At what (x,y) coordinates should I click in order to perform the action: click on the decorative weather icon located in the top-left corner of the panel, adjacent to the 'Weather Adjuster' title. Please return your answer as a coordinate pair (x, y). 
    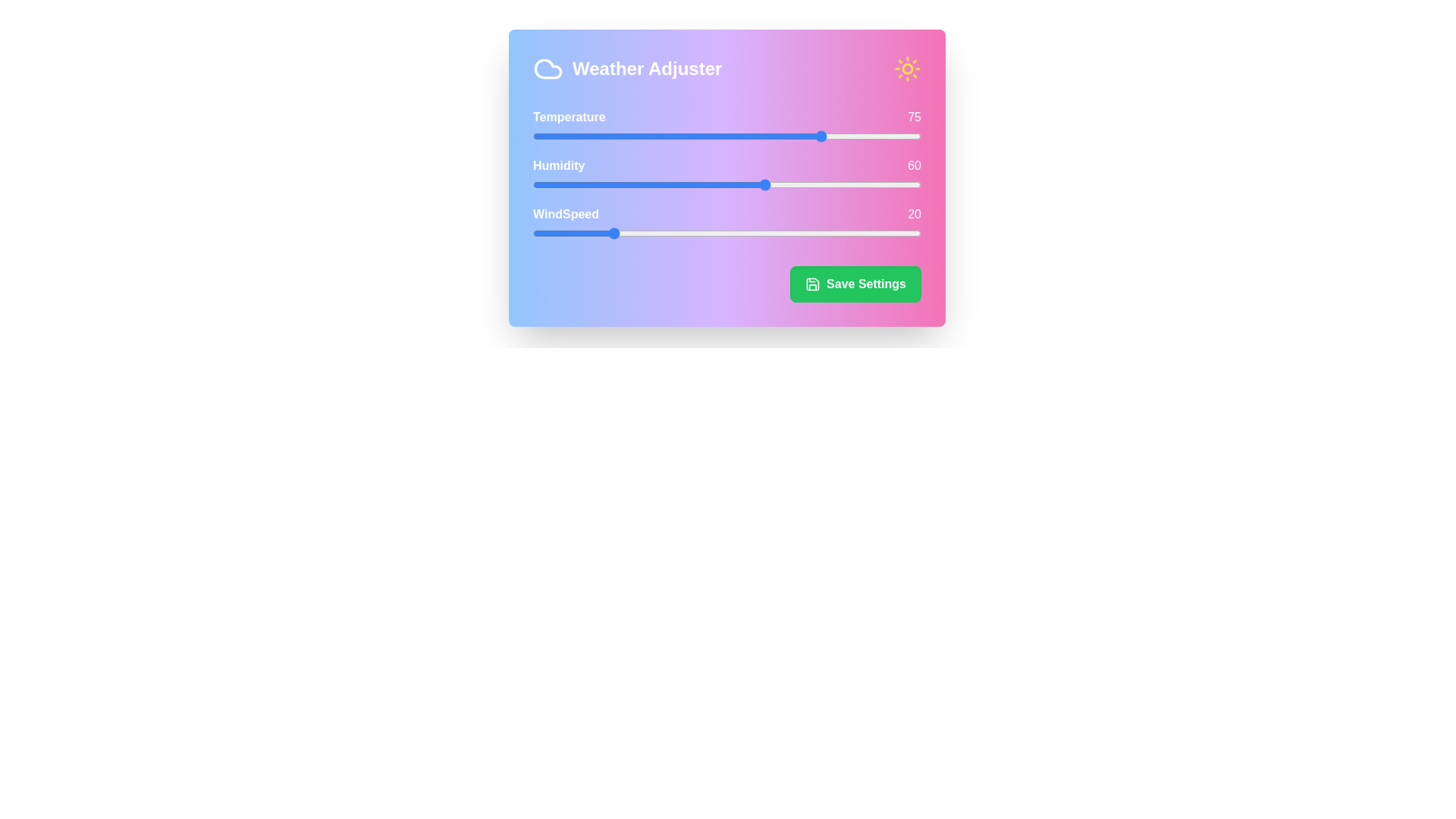
    Looking at the image, I should click on (548, 69).